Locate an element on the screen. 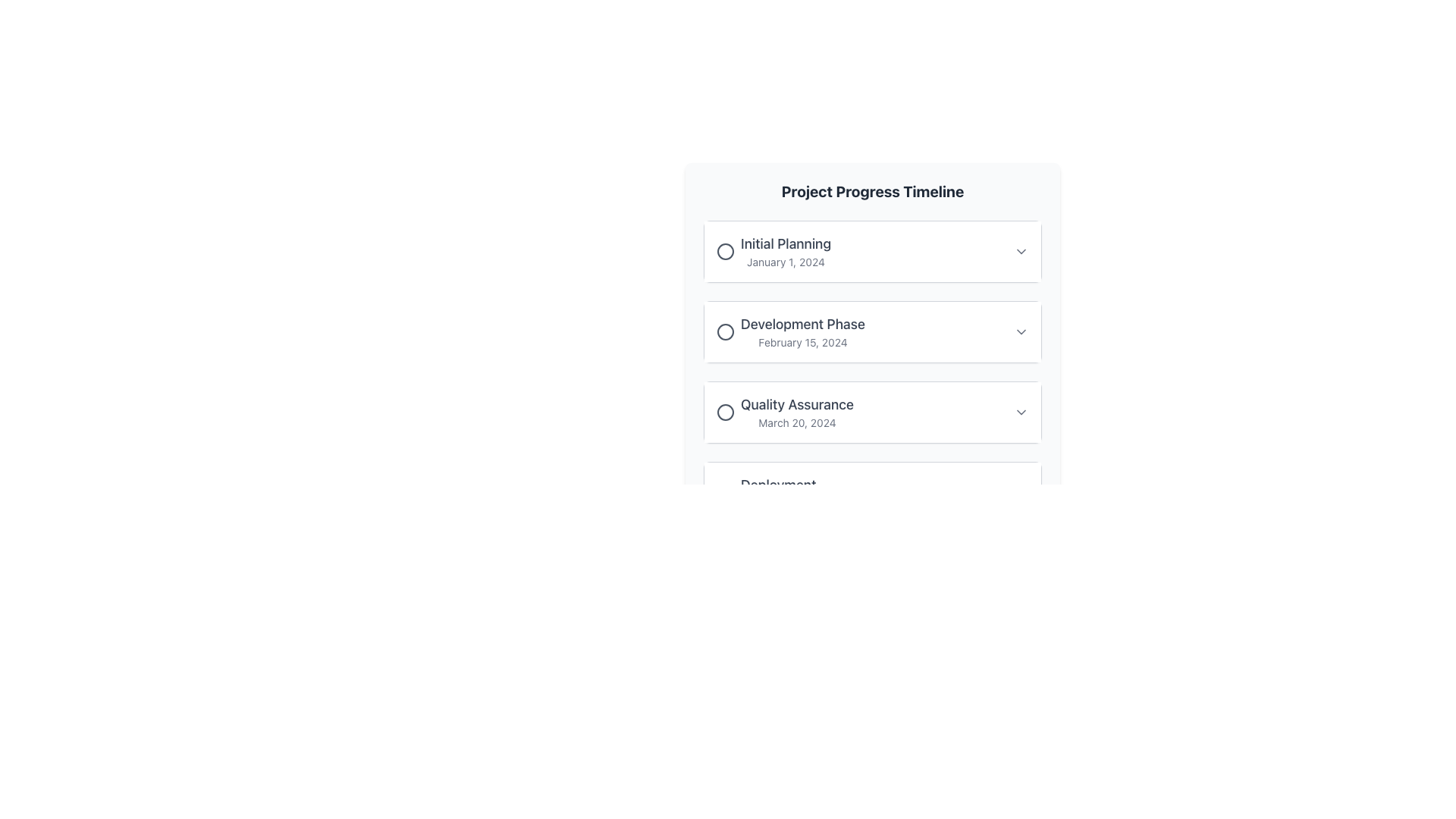  the non-interactive Circle element that serves as a status indicator for 'Development Phase', located to the left of the associated text label is located at coordinates (724, 331).